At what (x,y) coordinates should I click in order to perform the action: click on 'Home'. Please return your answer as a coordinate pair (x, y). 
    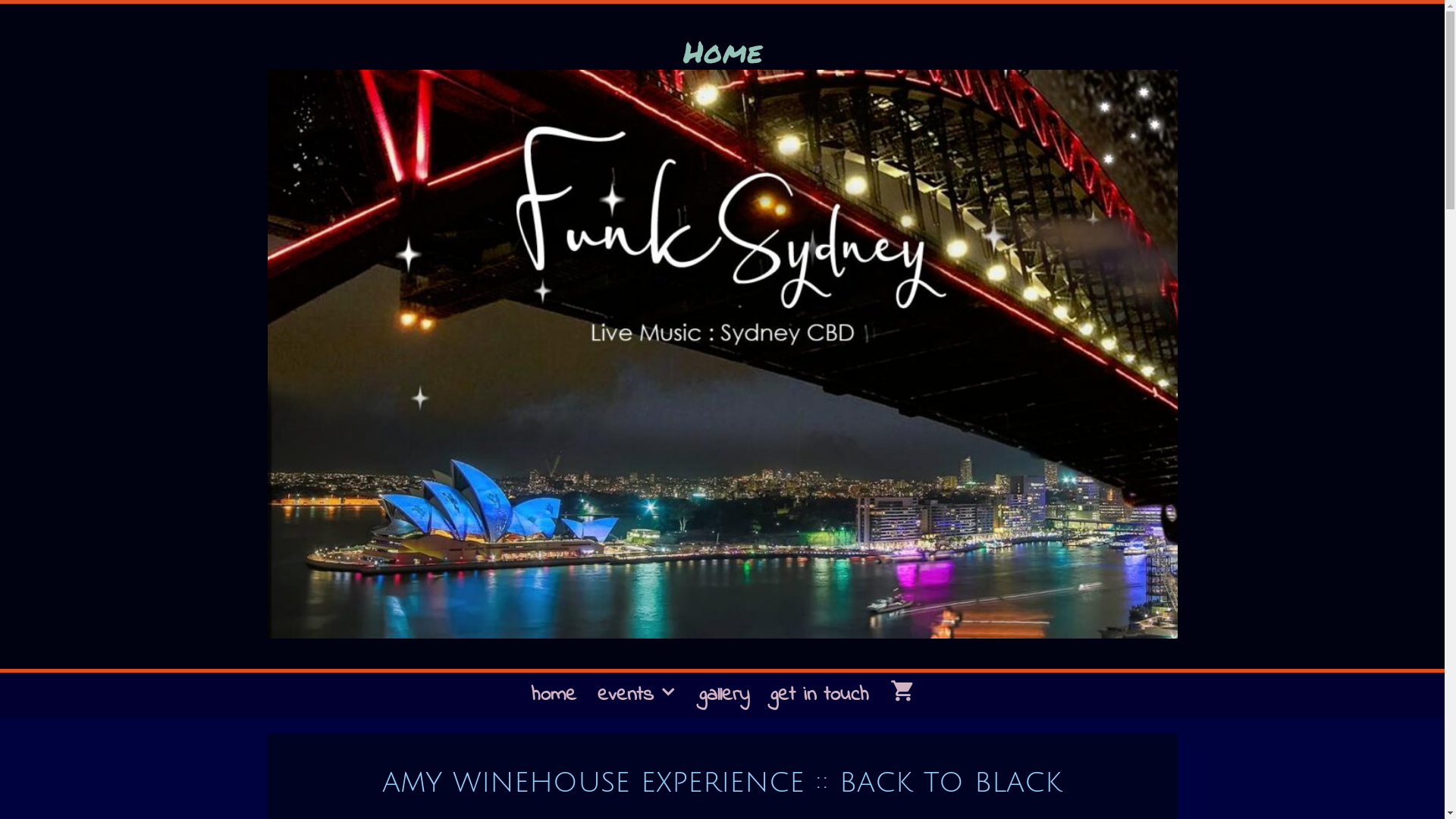
    Looking at the image, I should click on (720, 50).